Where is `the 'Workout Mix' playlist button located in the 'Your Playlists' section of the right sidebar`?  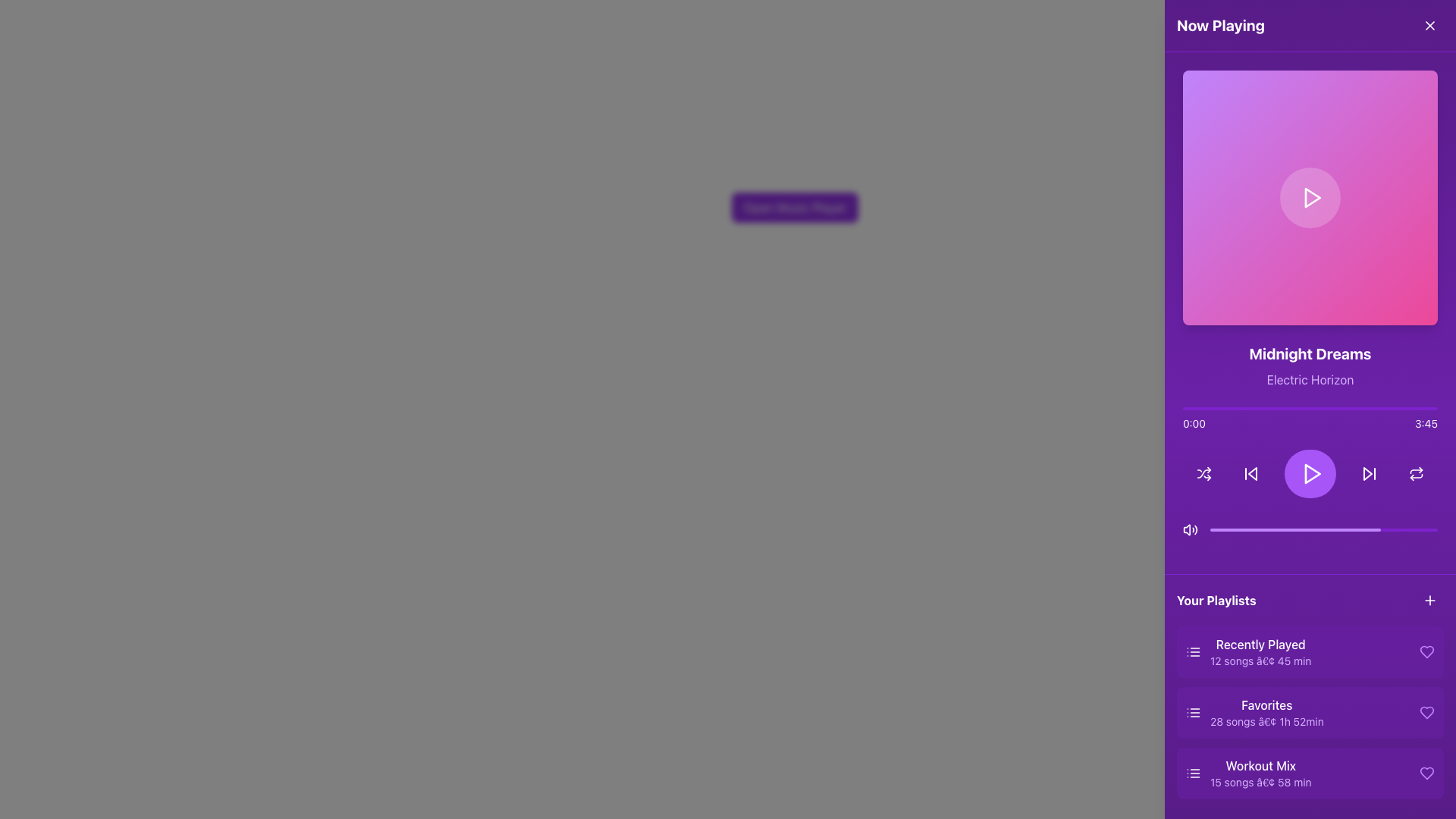 the 'Workout Mix' playlist button located in the 'Your Playlists' section of the right sidebar is located at coordinates (1248, 773).